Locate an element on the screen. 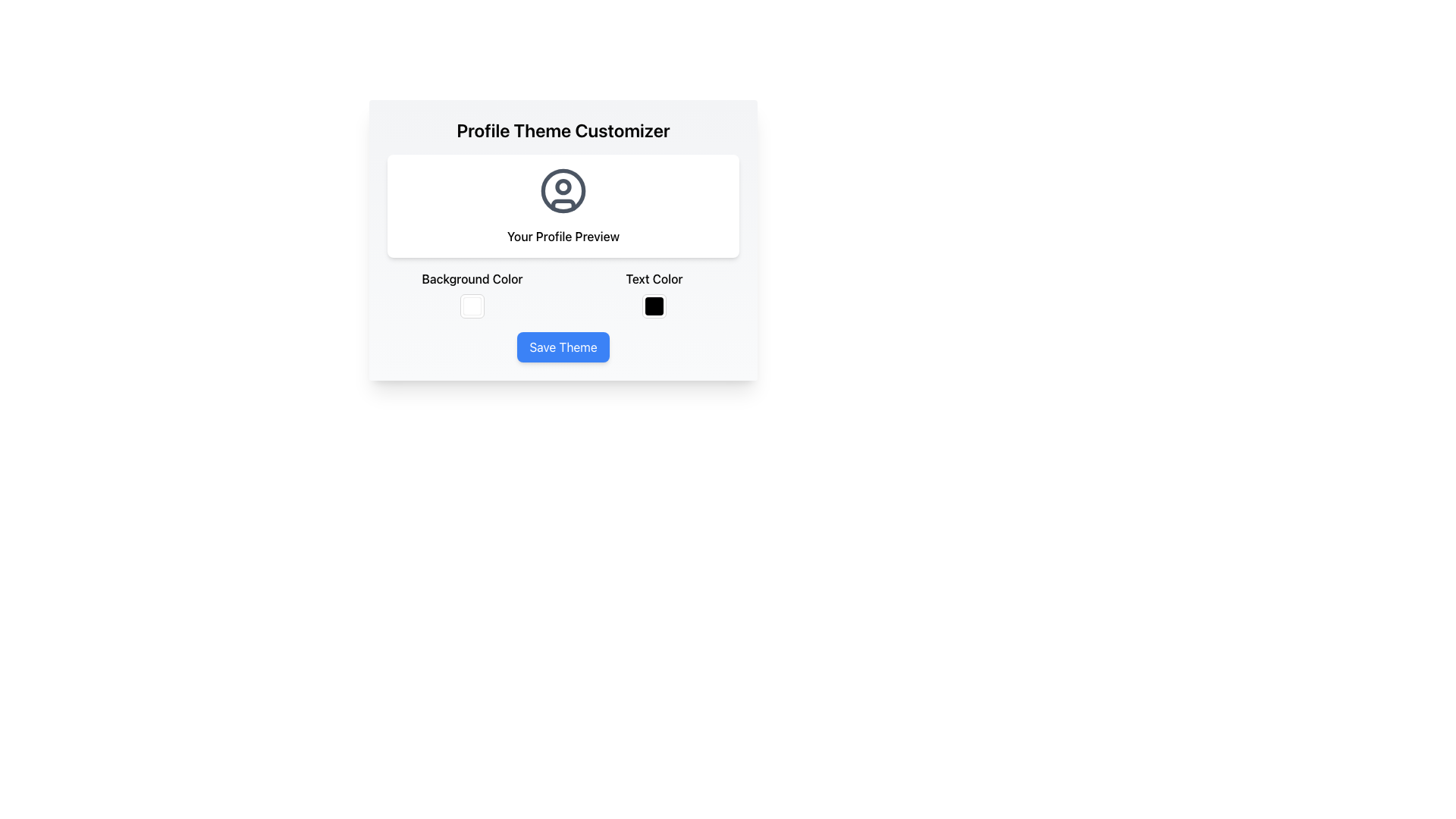  the text header that reads 'Profile Theme Customizer', which is styled in bold and large font, located at the top of the card-like layout is located at coordinates (563, 130).